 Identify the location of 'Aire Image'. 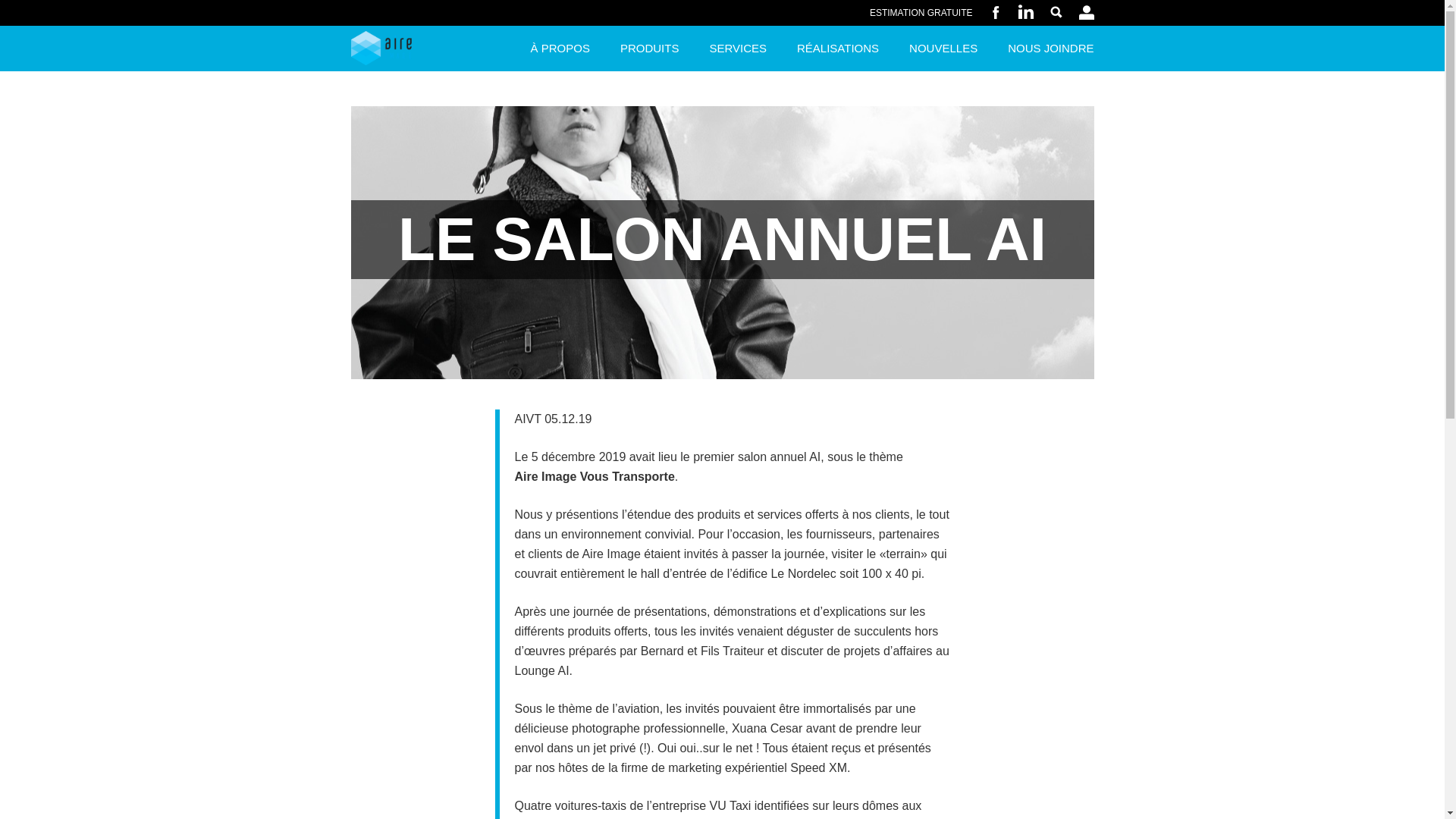
(381, 47).